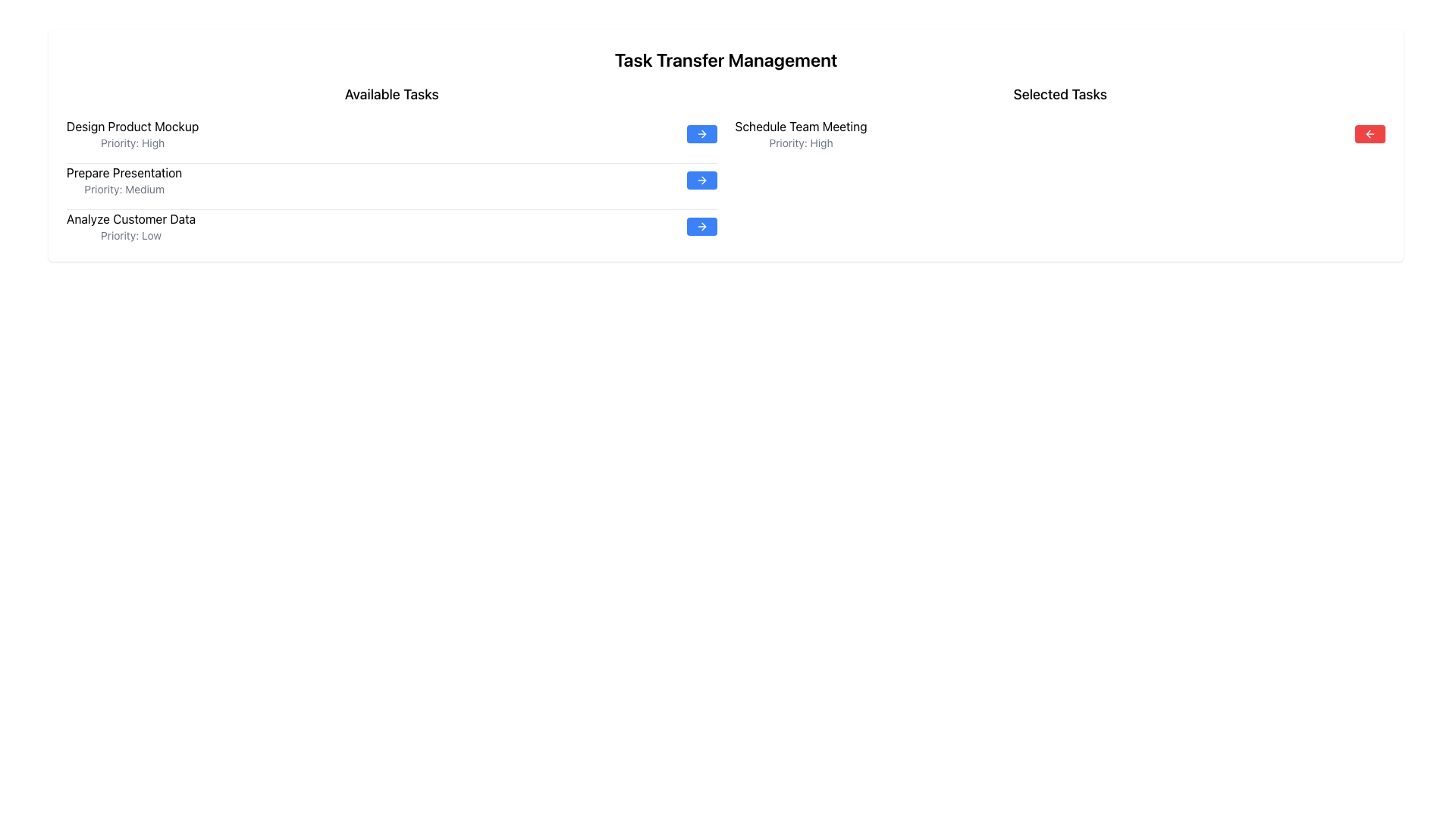 The height and width of the screenshot is (819, 1456). I want to click on the button located next to the task labeled 'Prepare Presentation' with priority indicator 'Priority: Medium', so click(701, 180).